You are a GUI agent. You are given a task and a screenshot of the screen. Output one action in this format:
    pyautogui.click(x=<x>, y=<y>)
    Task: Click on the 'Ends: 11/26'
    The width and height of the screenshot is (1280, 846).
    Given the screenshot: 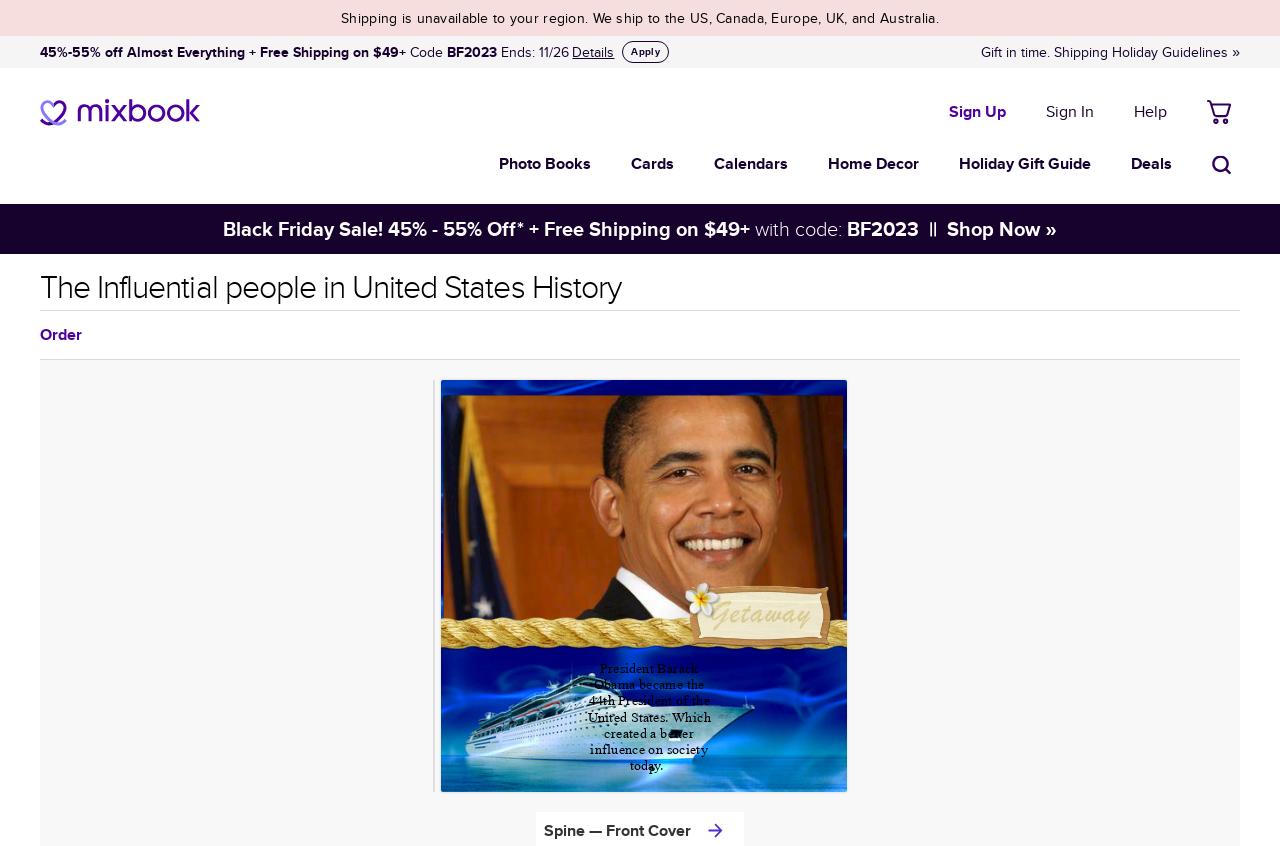 What is the action you would take?
    pyautogui.click(x=532, y=51)
    